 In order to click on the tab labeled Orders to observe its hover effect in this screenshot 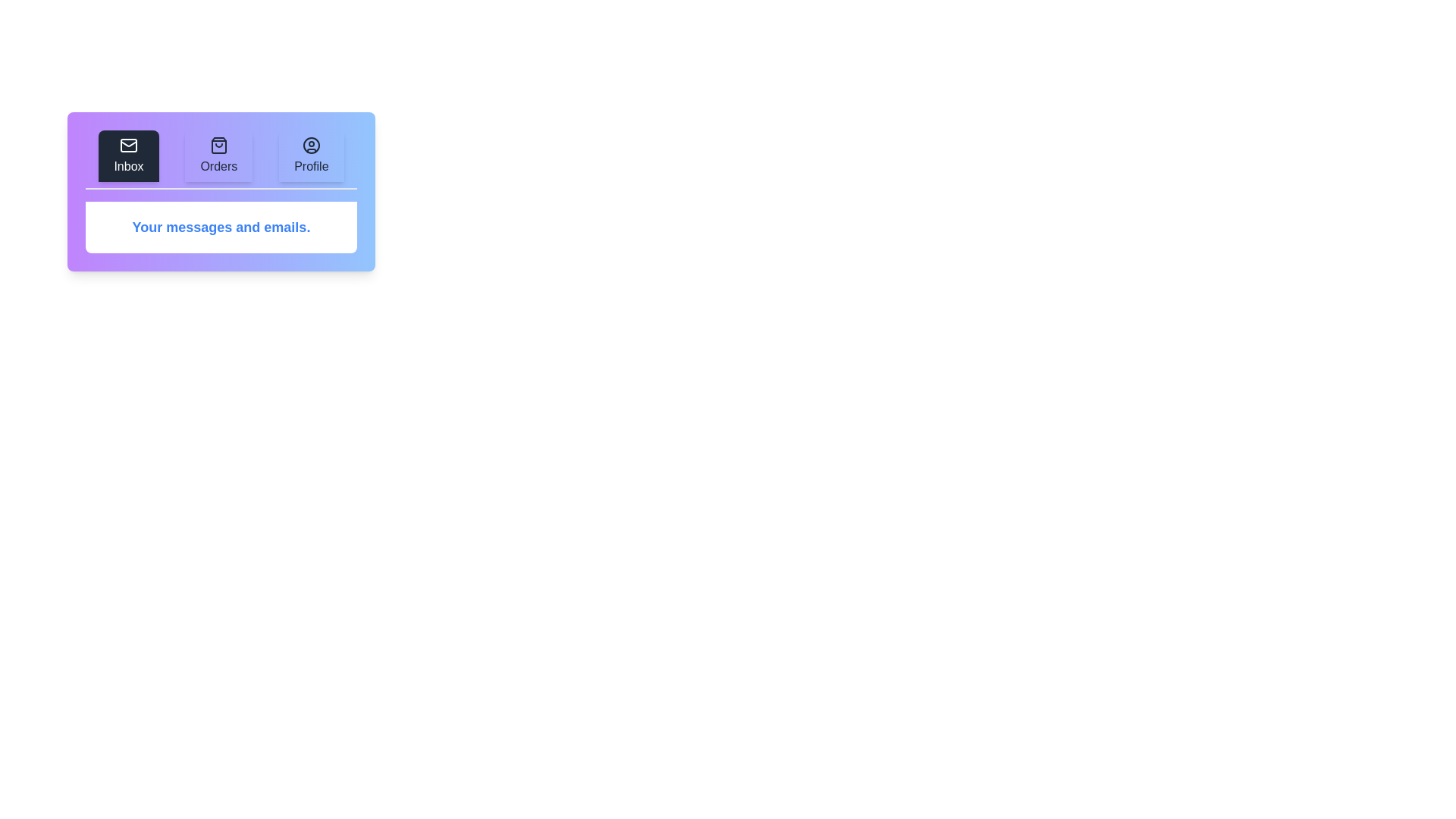, I will do `click(218, 155)`.